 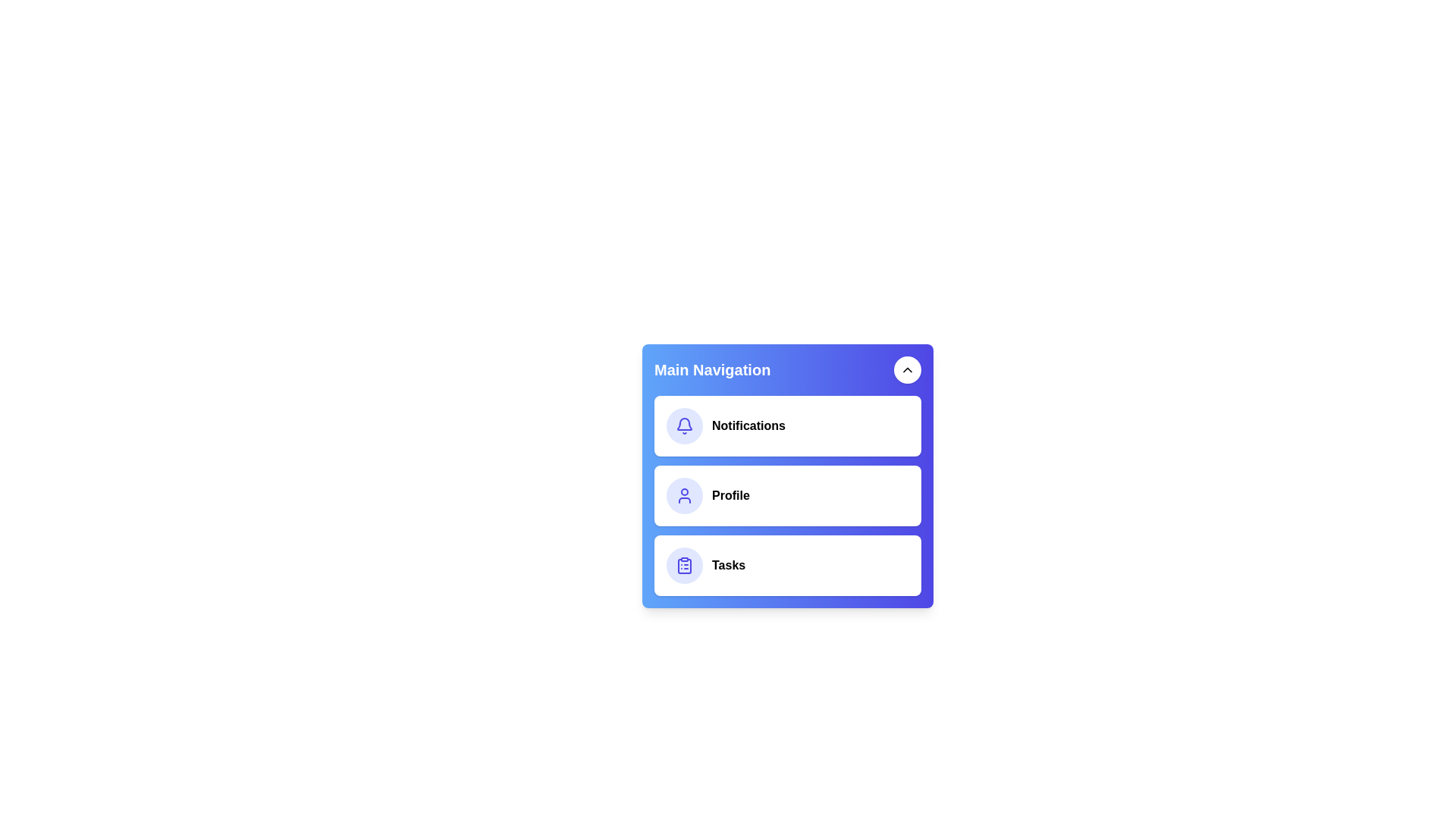 I want to click on the toggle button to change the menu visibility, so click(x=907, y=370).